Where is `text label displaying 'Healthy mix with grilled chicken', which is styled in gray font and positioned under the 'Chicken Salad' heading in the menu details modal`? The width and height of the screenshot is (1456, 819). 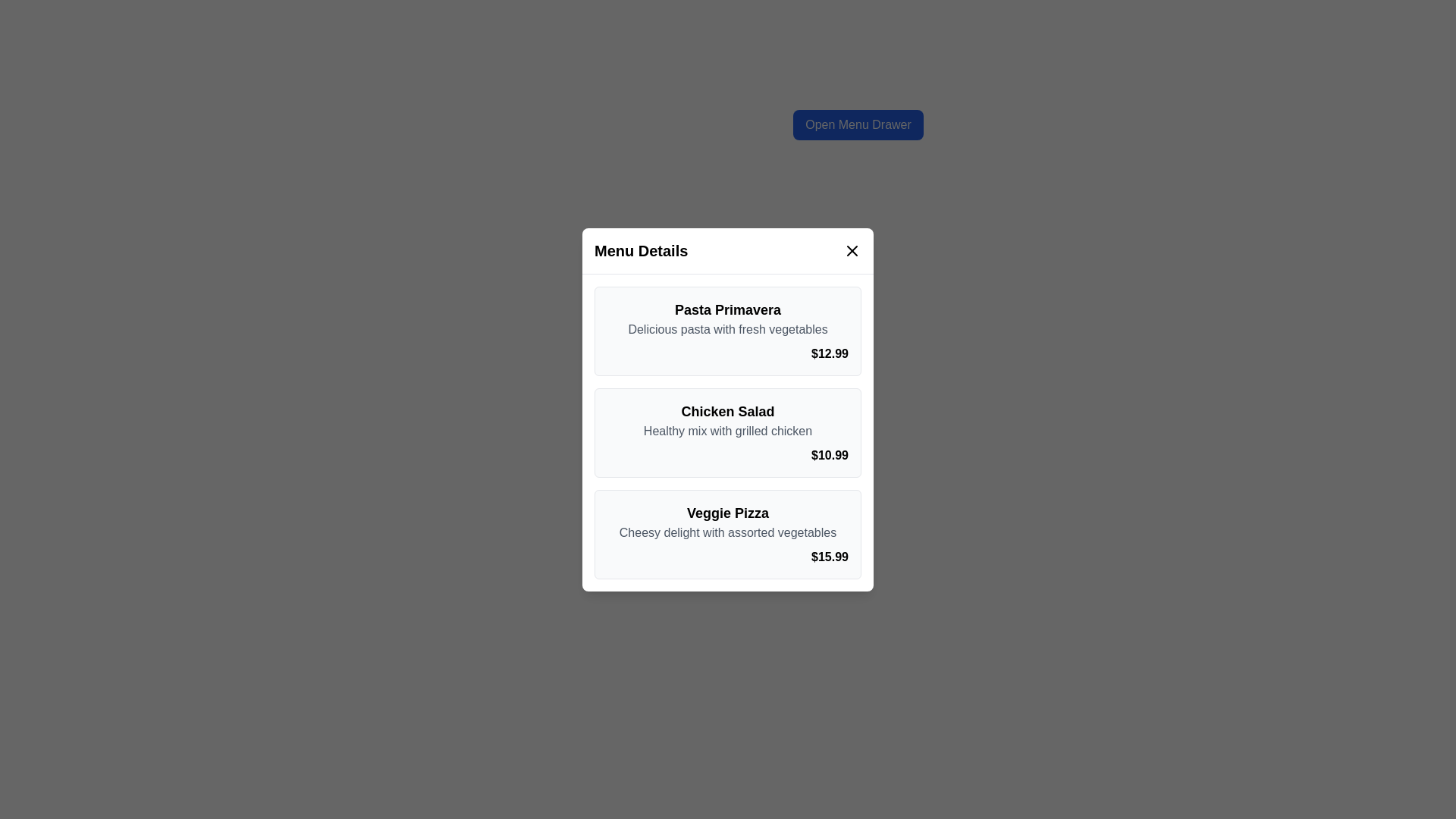 text label displaying 'Healthy mix with grilled chicken', which is styled in gray font and positioned under the 'Chicken Salad' heading in the menu details modal is located at coordinates (728, 431).